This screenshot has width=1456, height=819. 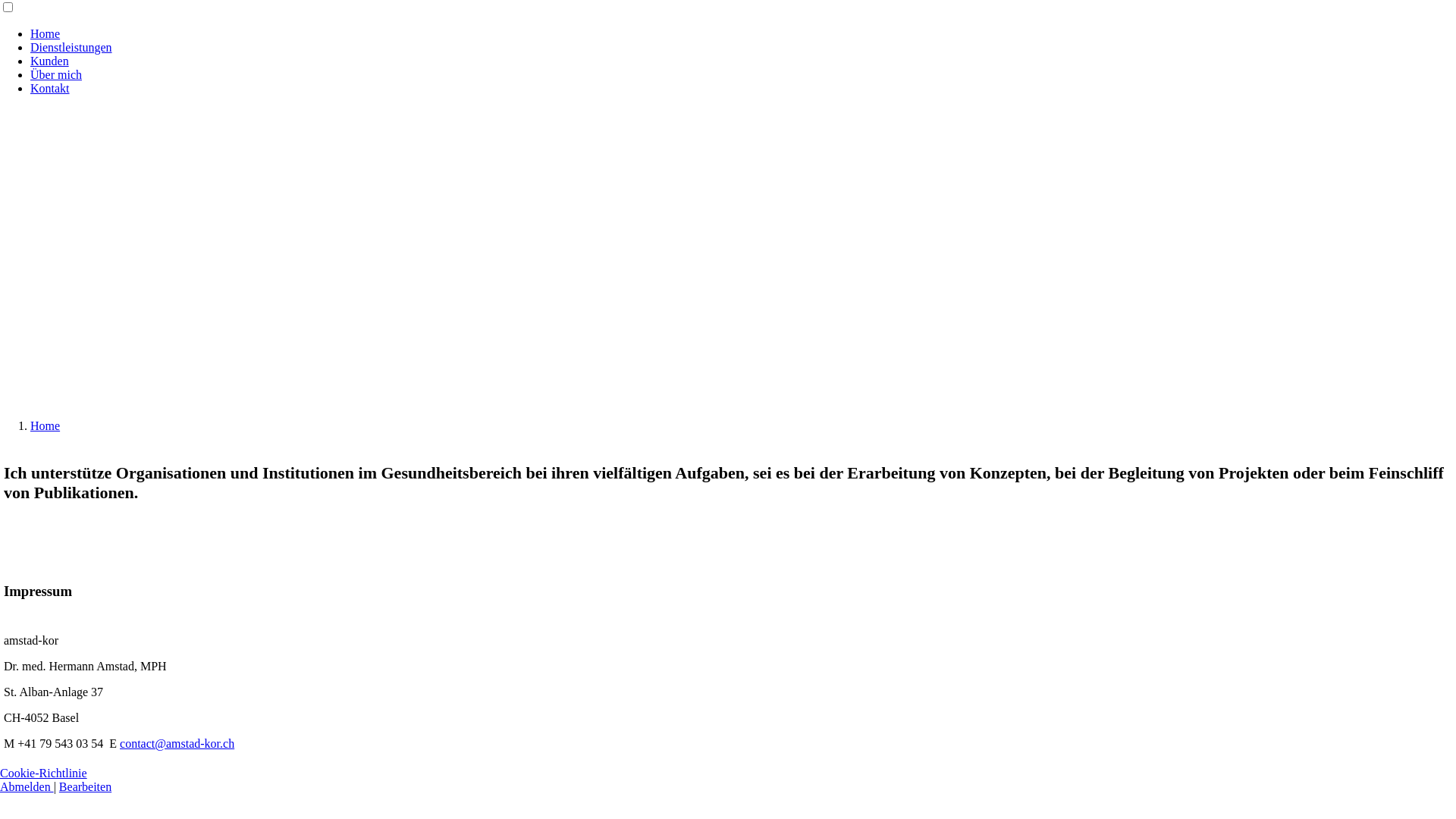 I want to click on 'Home', so click(x=30, y=425).